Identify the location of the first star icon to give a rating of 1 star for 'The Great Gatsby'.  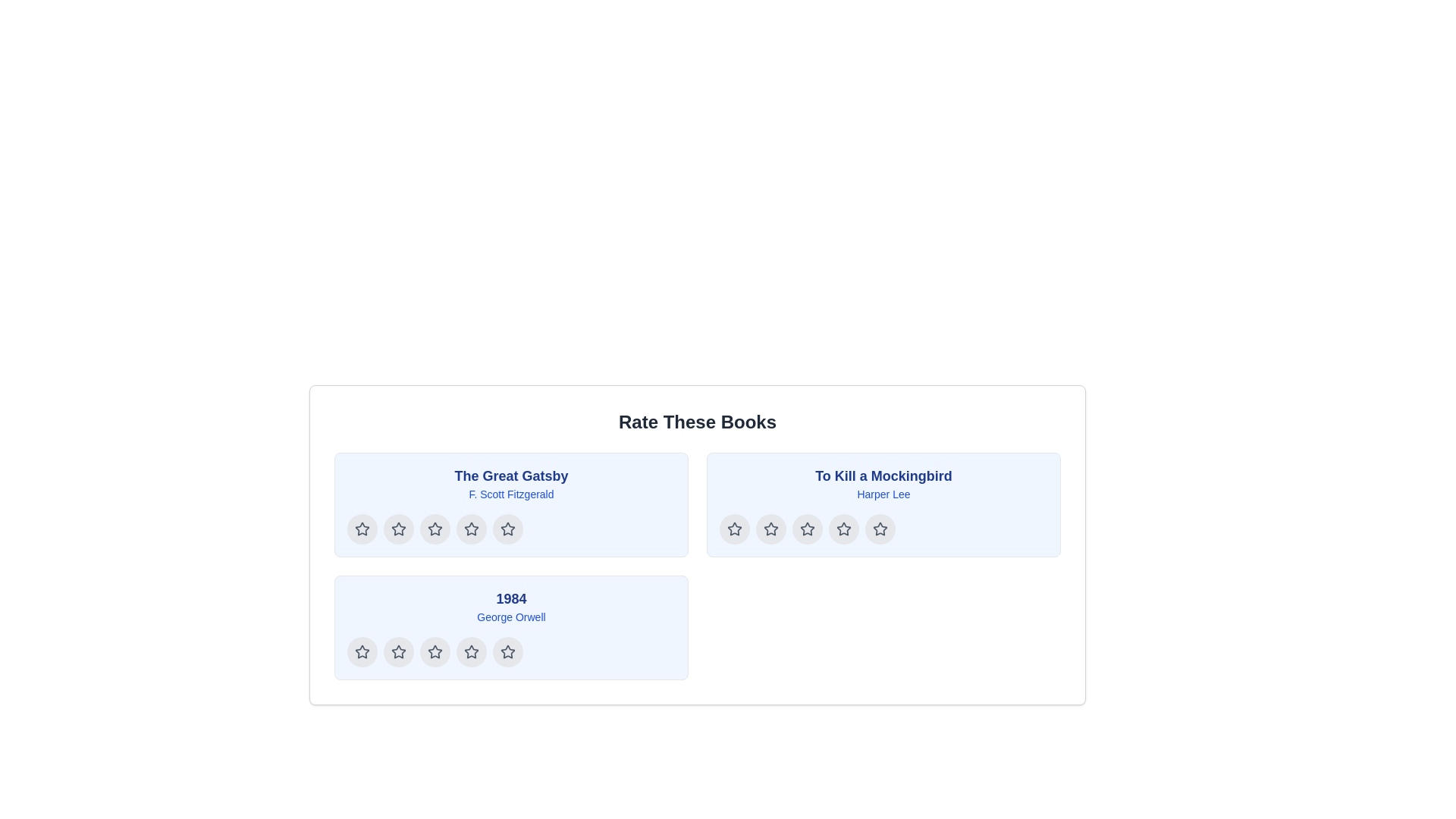
(399, 529).